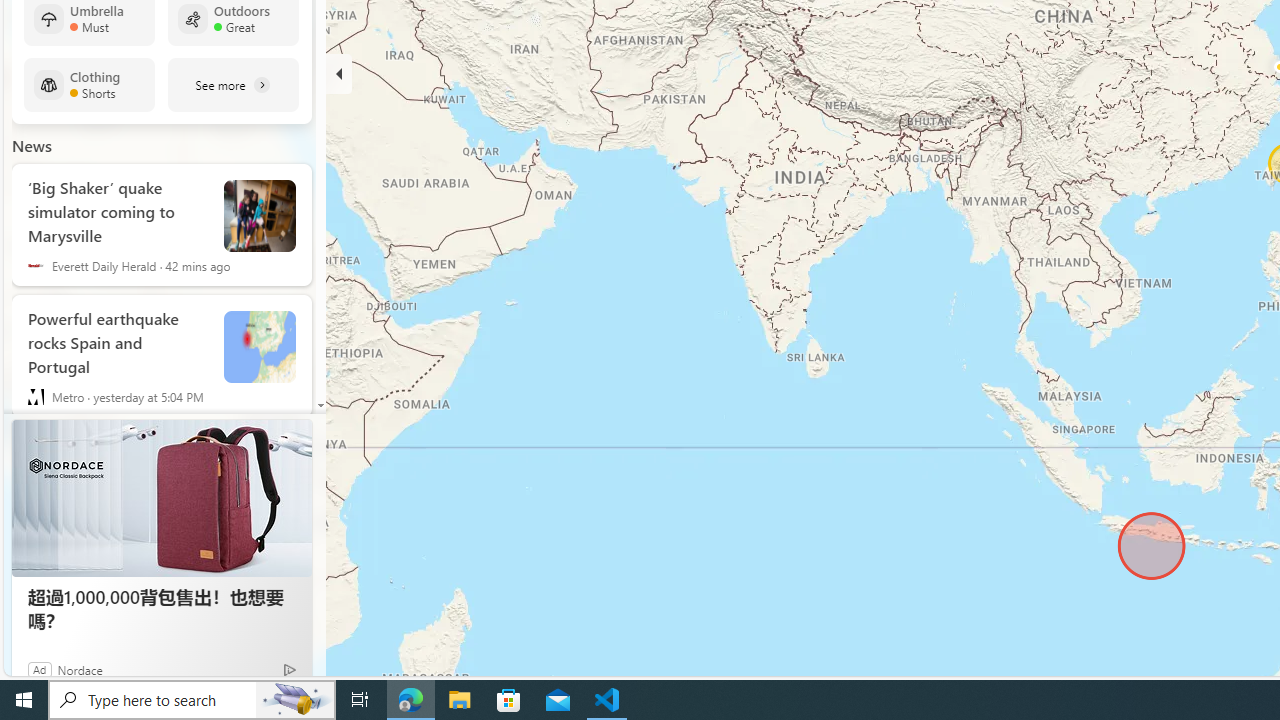 The width and height of the screenshot is (1280, 720). I want to click on 'Clothing Shorts', so click(88, 84).